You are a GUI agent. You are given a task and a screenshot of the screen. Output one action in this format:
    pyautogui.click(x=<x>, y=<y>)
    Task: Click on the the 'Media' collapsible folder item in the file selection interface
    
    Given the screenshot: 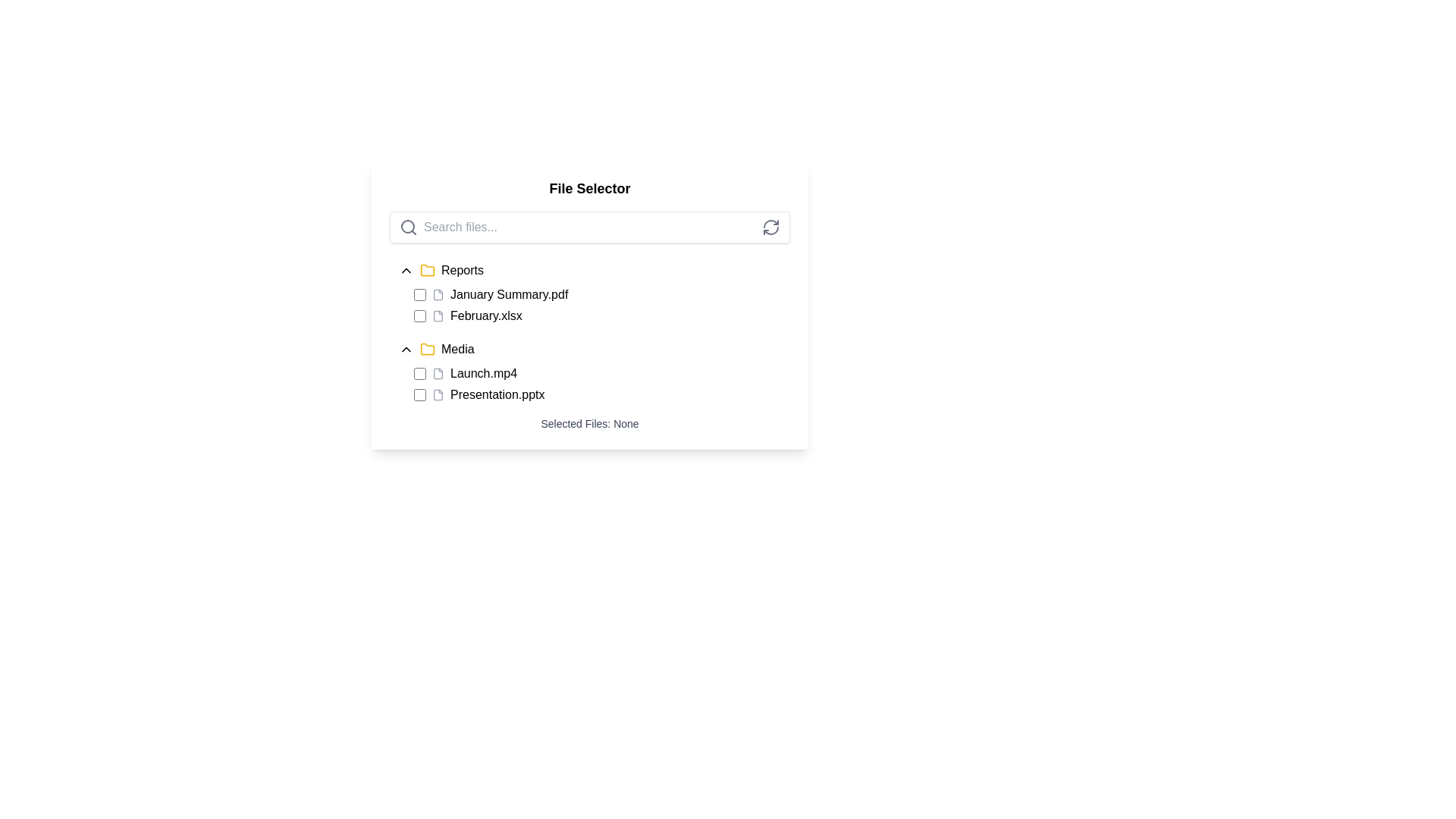 What is the action you would take?
    pyautogui.click(x=588, y=369)
    